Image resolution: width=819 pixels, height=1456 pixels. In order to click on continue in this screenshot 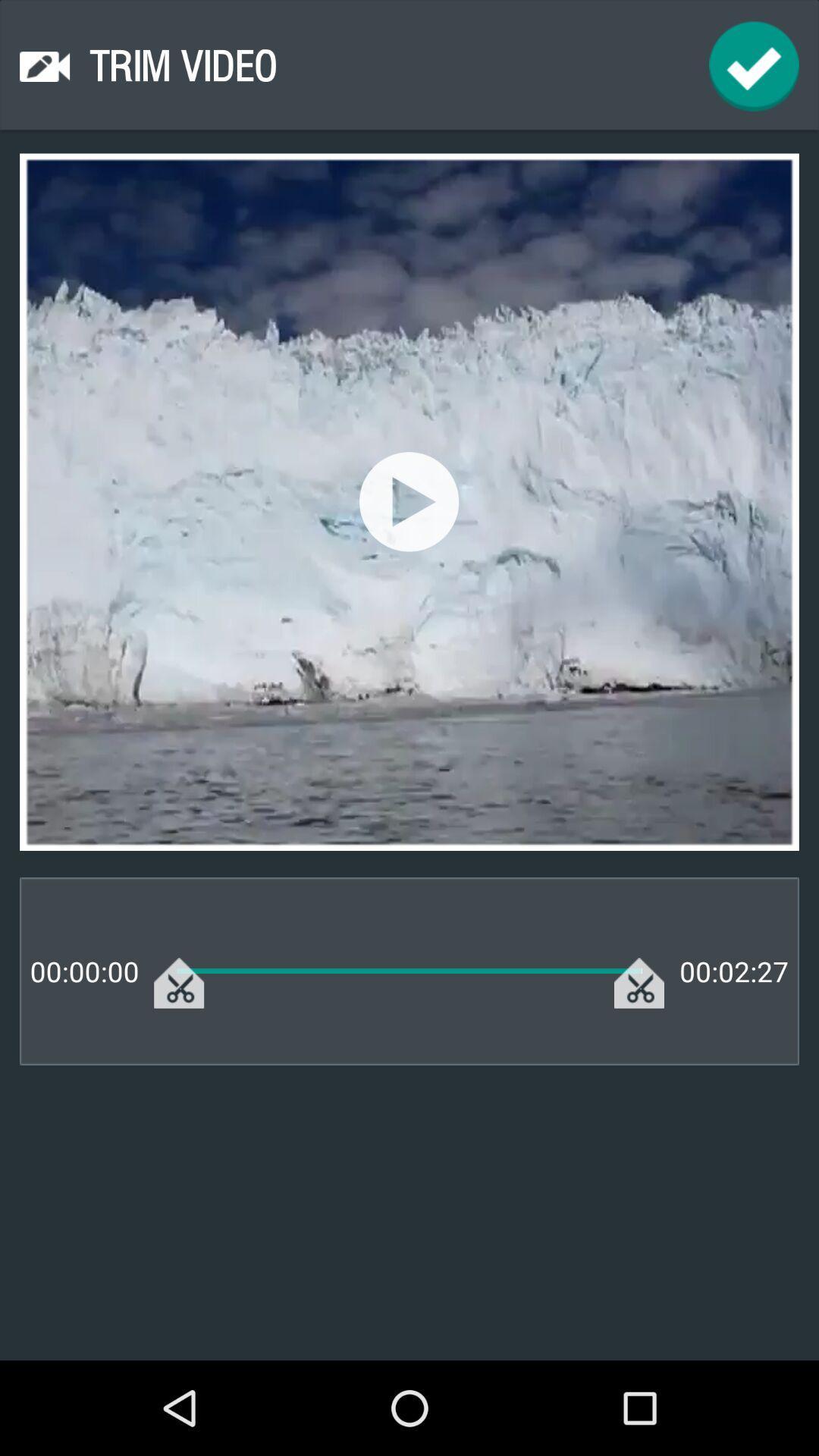, I will do `click(754, 65)`.